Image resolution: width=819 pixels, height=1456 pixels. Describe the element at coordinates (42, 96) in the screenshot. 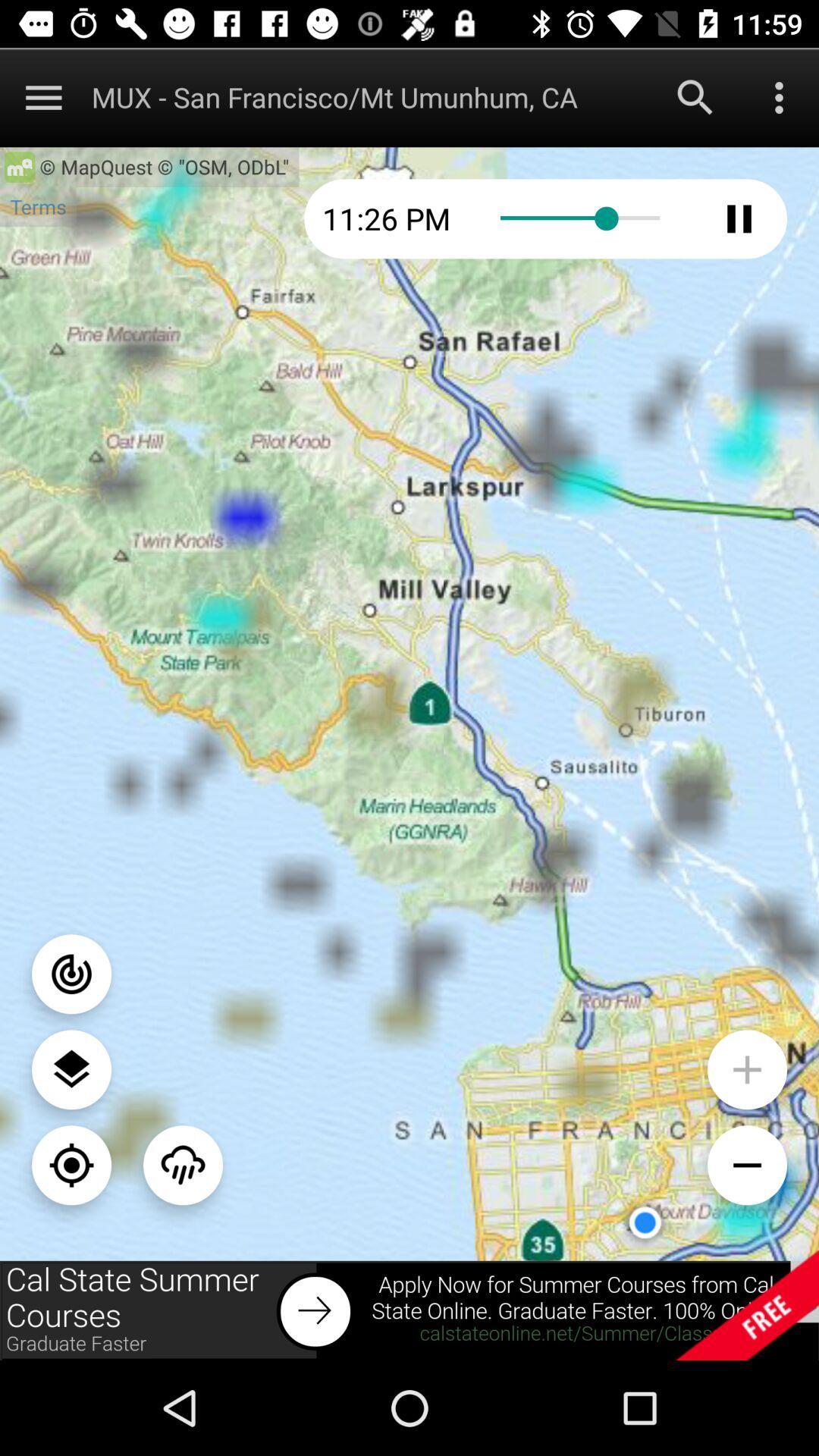

I see `menu button` at that location.